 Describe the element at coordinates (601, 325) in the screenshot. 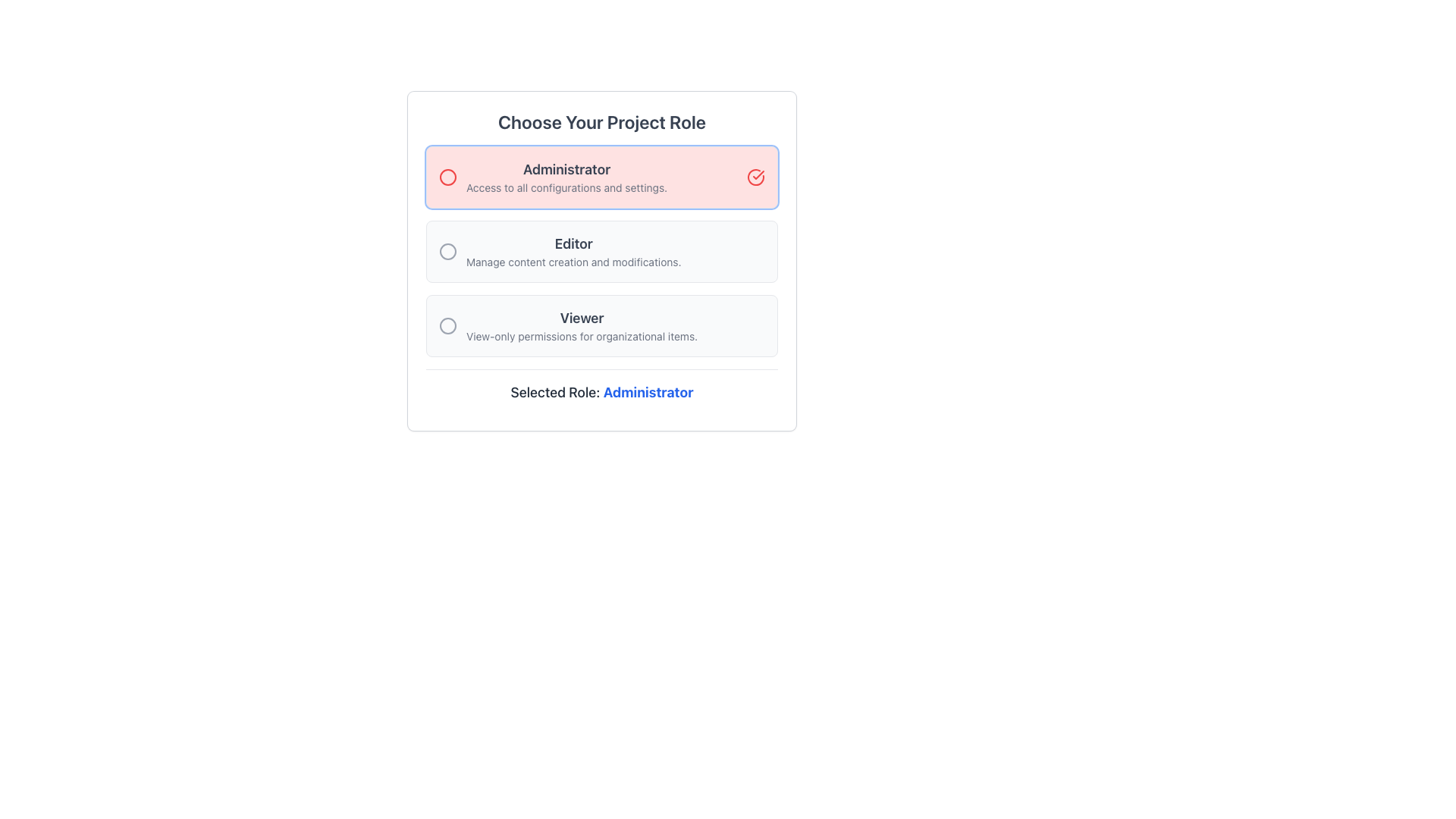

I see `the 'Viewer' selectable card to visualize its hover effect, which is the third option in a vertical stack of role selection cards` at that location.